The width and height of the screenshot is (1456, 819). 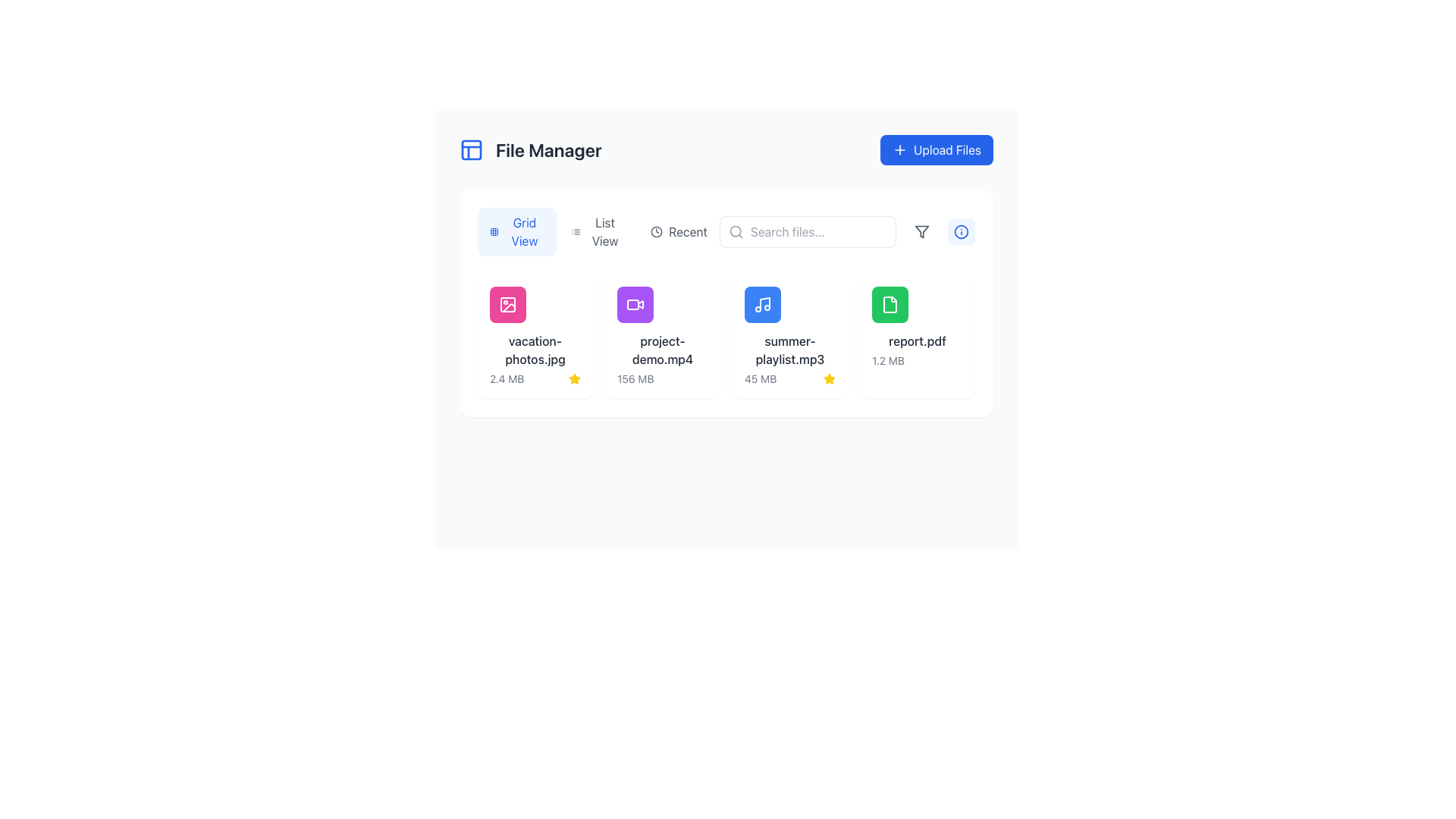 I want to click on the 'List View' button, which is the second option in the group of three, so click(x=597, y=231).